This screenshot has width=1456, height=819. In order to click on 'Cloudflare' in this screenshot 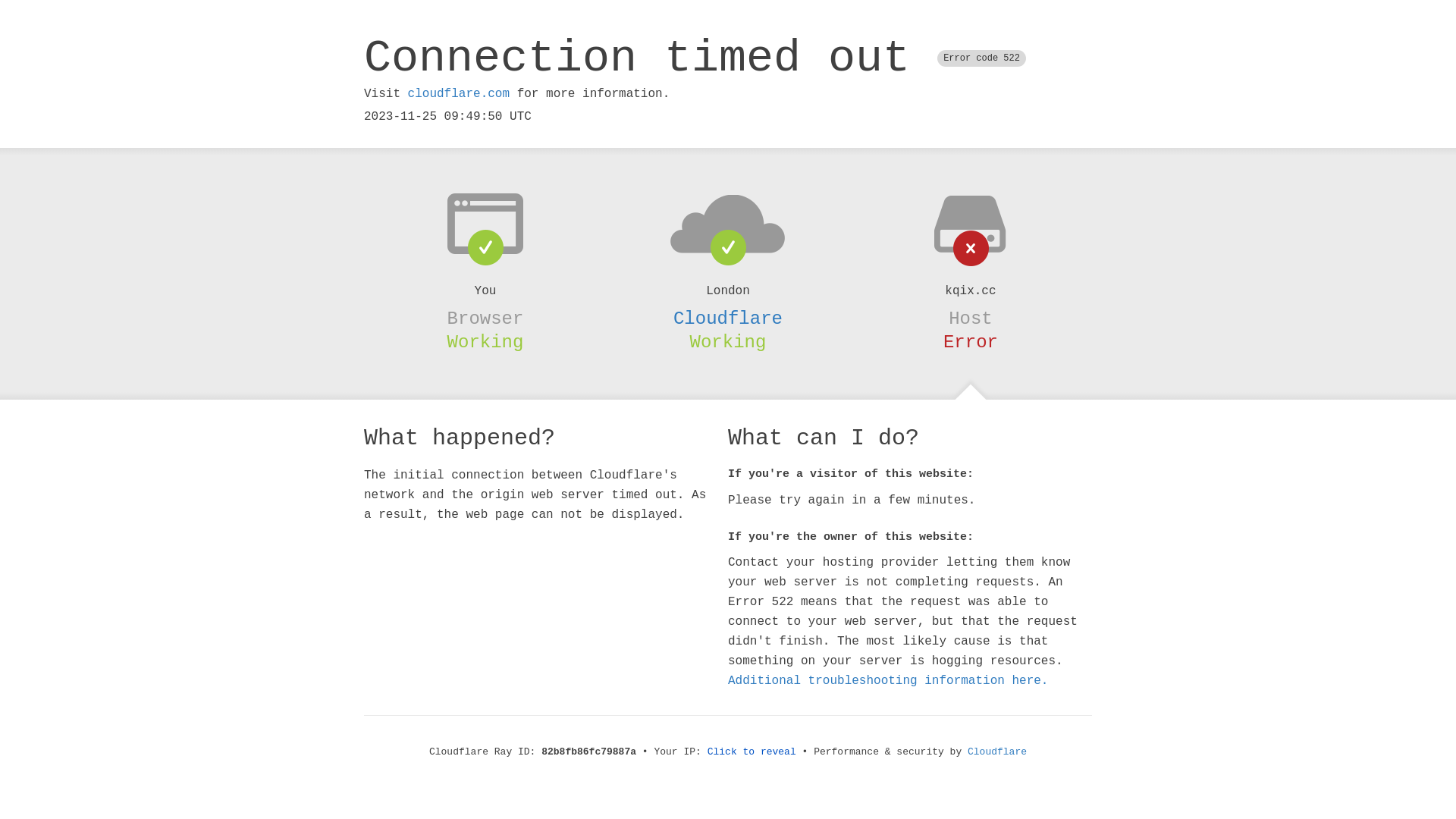, I will do `click(728, 318)`.